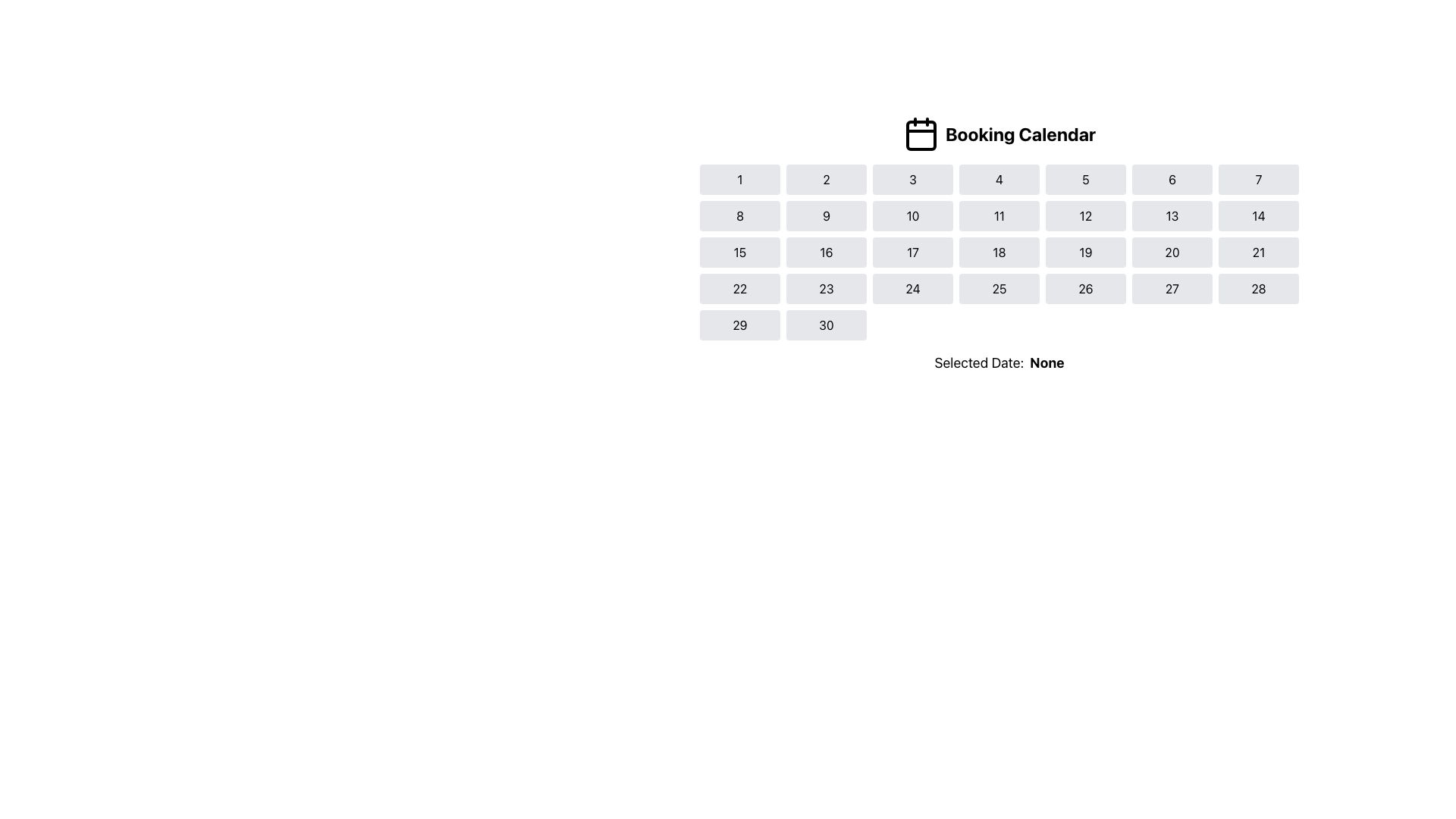 The image size is (1456, 819). Describe the element at coordinates (999, 244) in the screenshot. I see `the Interactive calendar component to confirm the selected date choice` at that location.